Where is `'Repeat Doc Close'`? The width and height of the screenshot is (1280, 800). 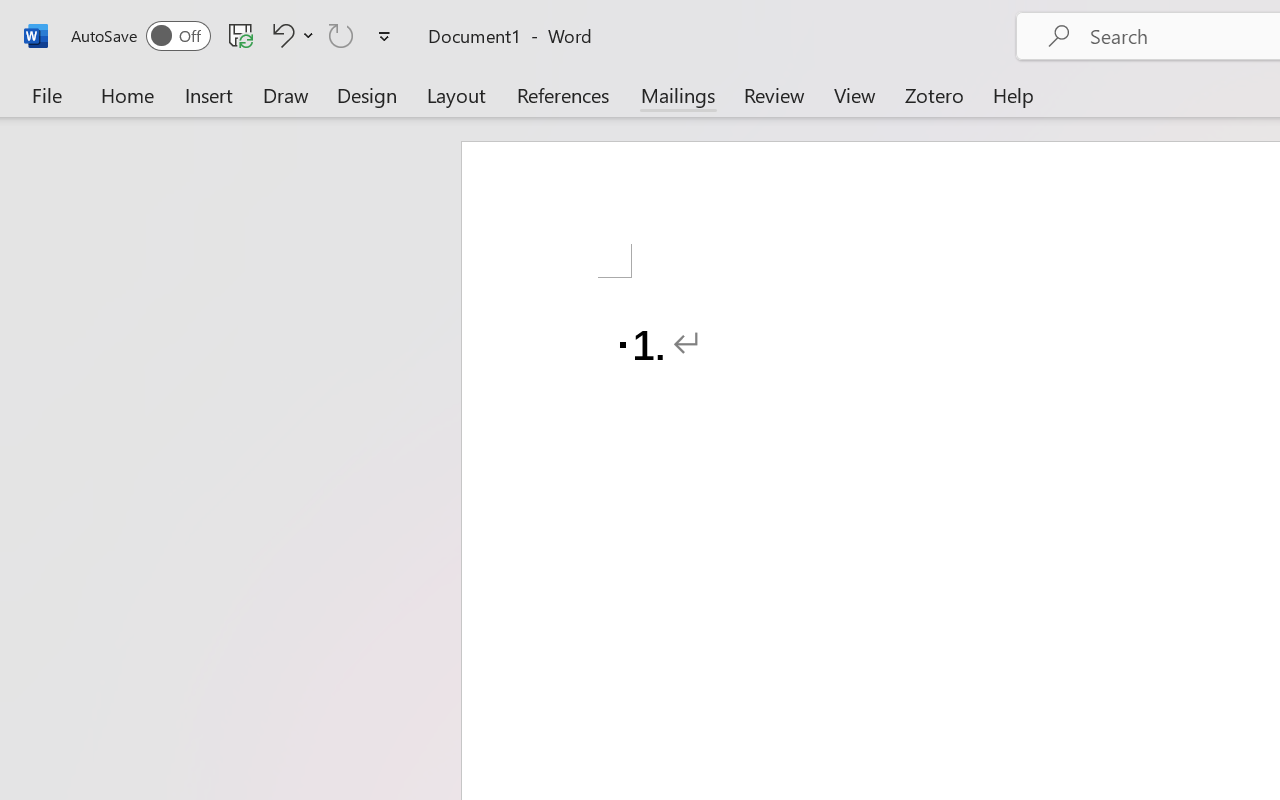 'Repeat Doc Close' is located at coordinates (341, 34).